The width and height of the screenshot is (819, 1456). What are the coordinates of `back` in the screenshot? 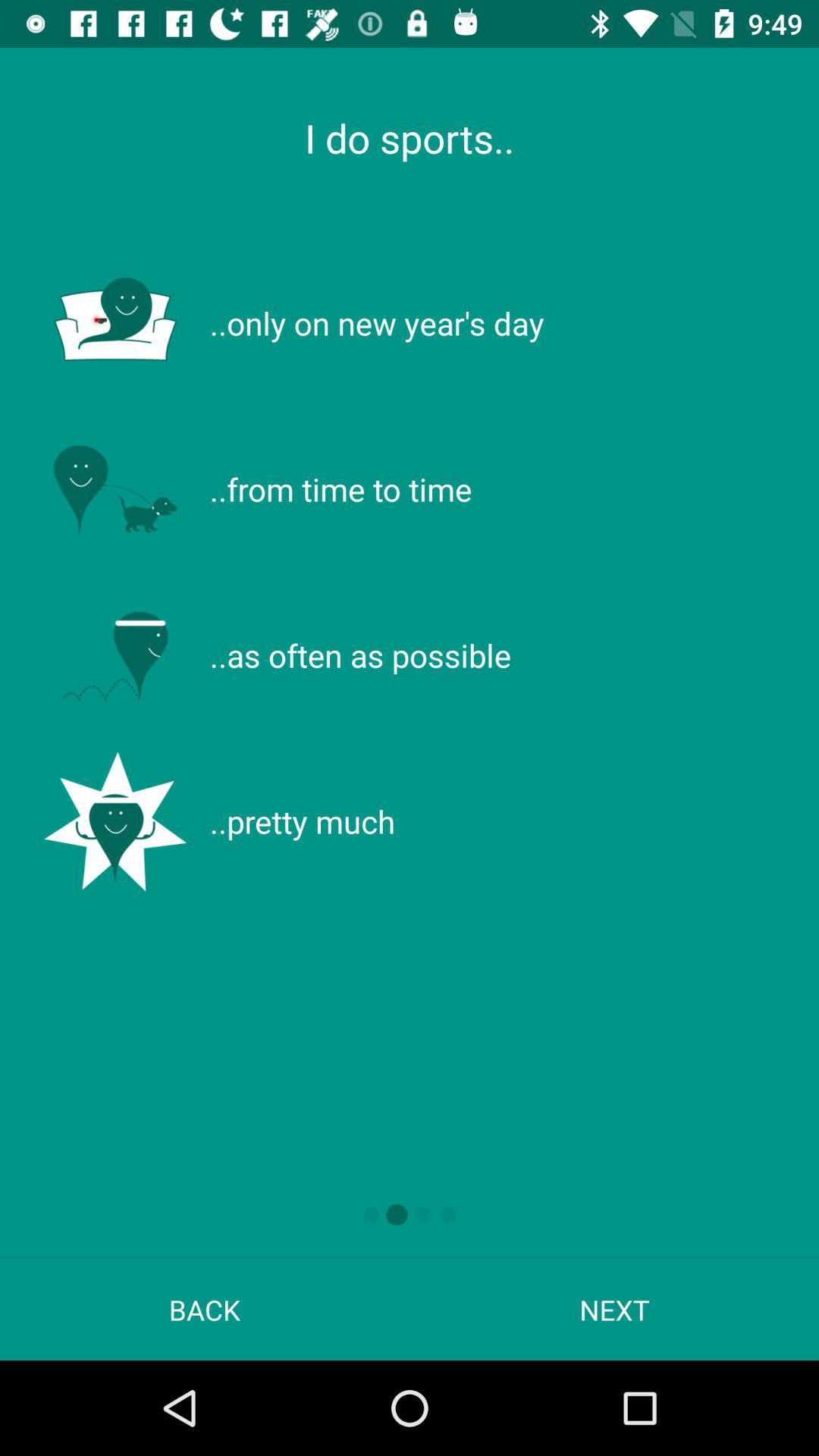 It's located at (205, 1309).